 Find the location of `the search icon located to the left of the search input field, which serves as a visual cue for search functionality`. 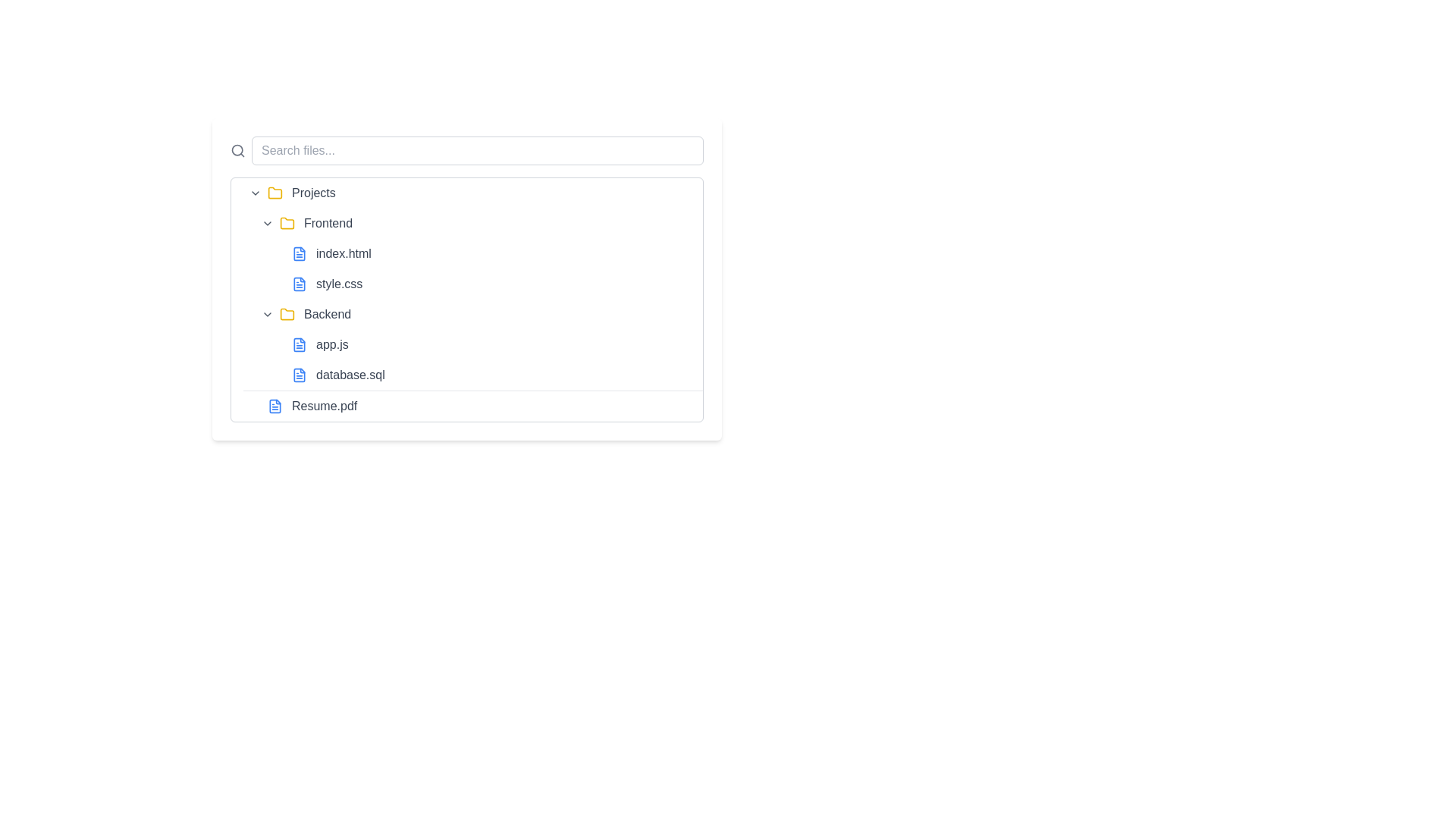

the search icon located to the left of the search input field, which serves as a visual cue for search functionality is located at coordinates (237, 151).